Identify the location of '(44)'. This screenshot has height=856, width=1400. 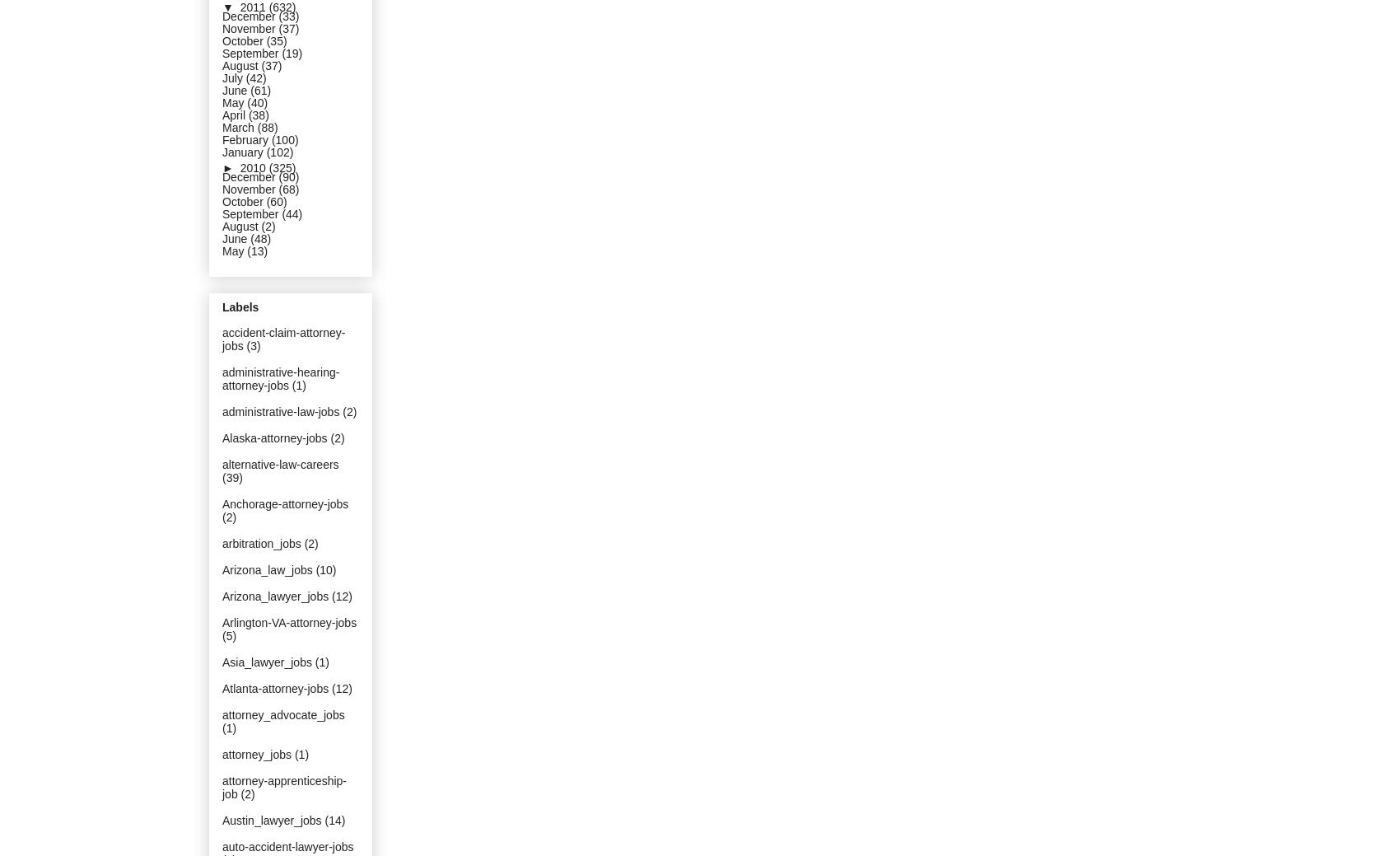
(291, 213).